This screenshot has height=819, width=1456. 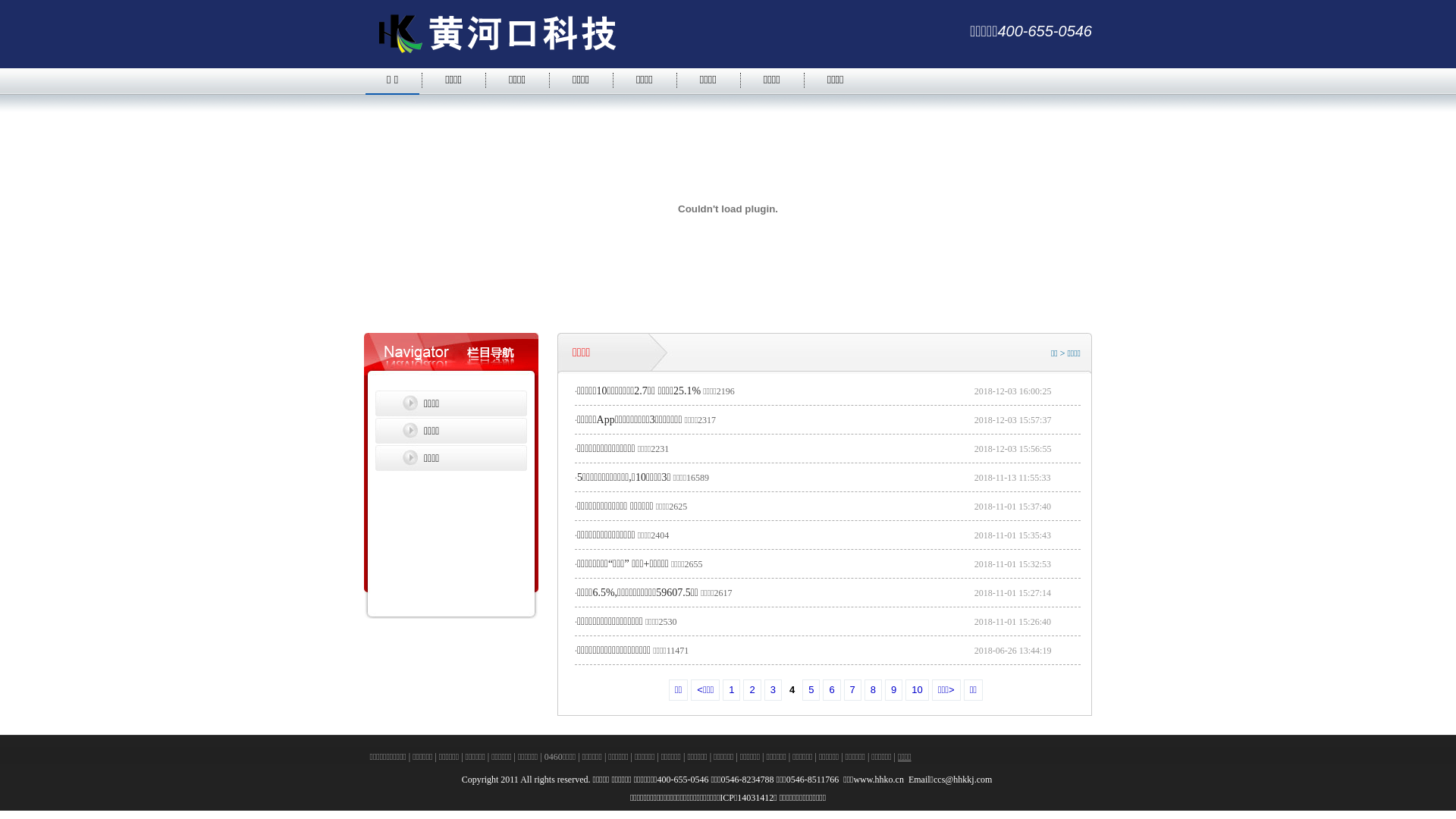 What do you see at coordinates (873, 690) in the screenshot?
I see `'8'` at bounding box center [873, 690].